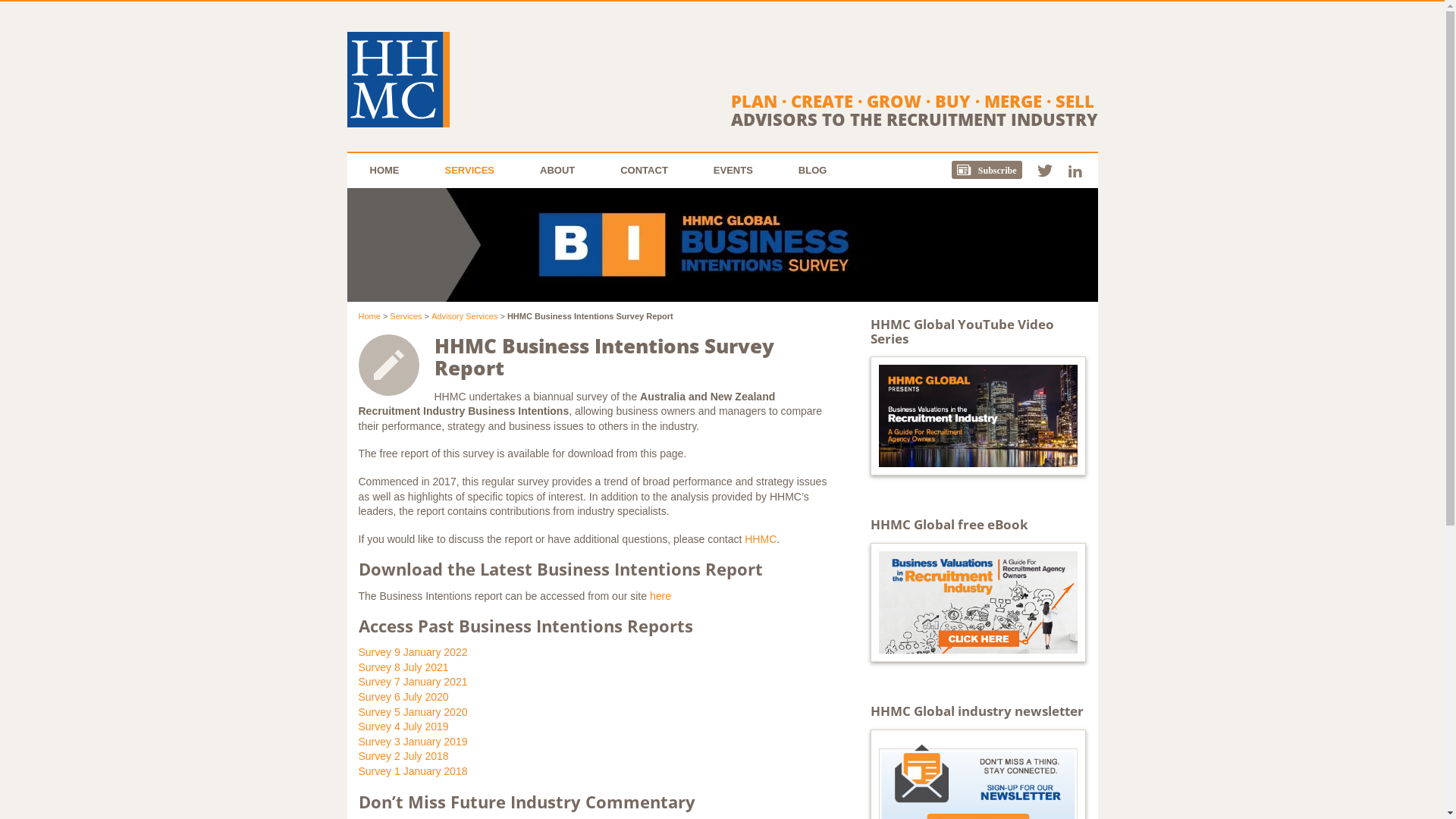 The image size is (1456, 819). I want to click on 'Home', so click(369, 315).